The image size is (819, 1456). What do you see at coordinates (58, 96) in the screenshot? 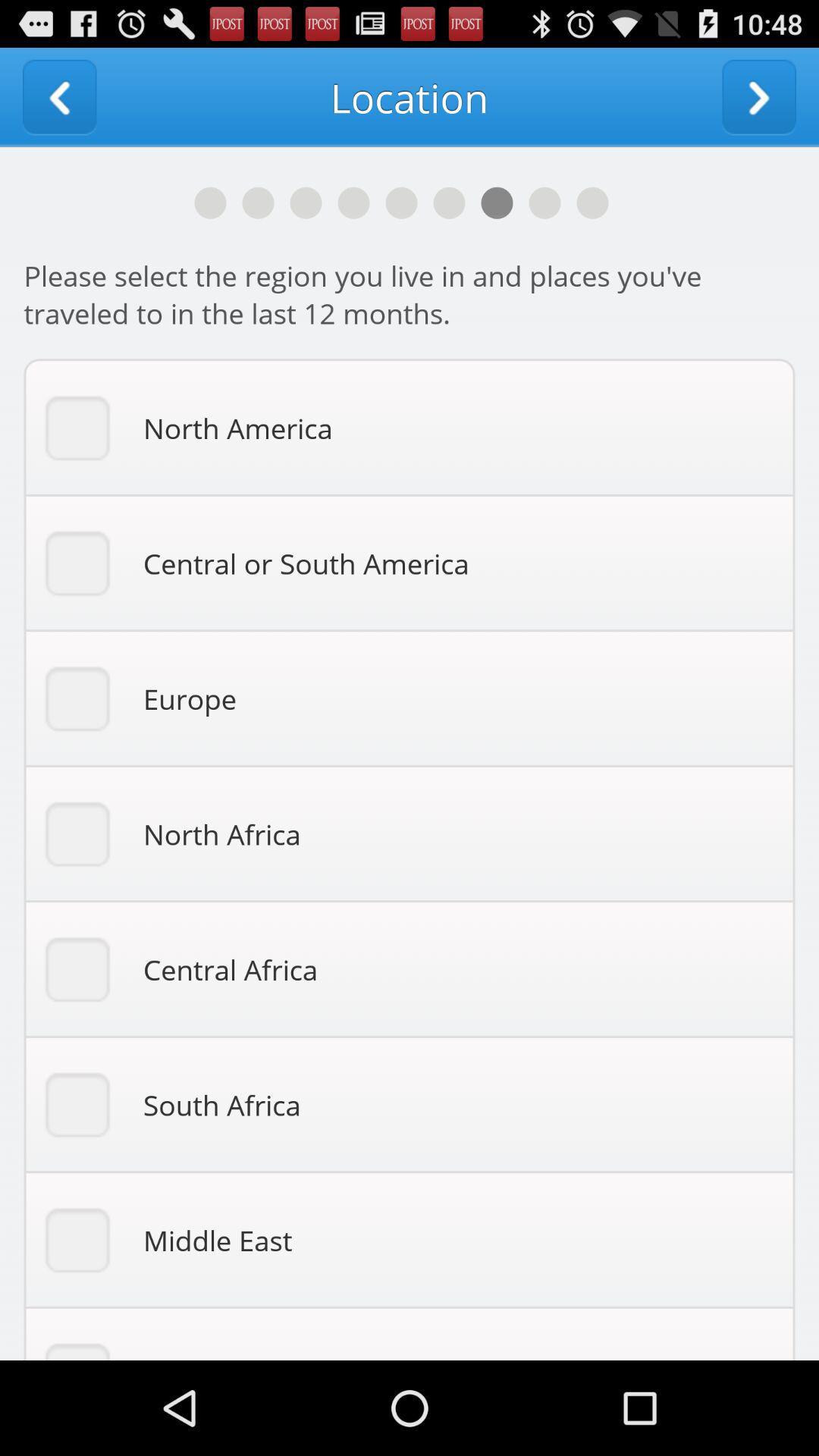
I see `previous screen` at bounding box center [58, 96].